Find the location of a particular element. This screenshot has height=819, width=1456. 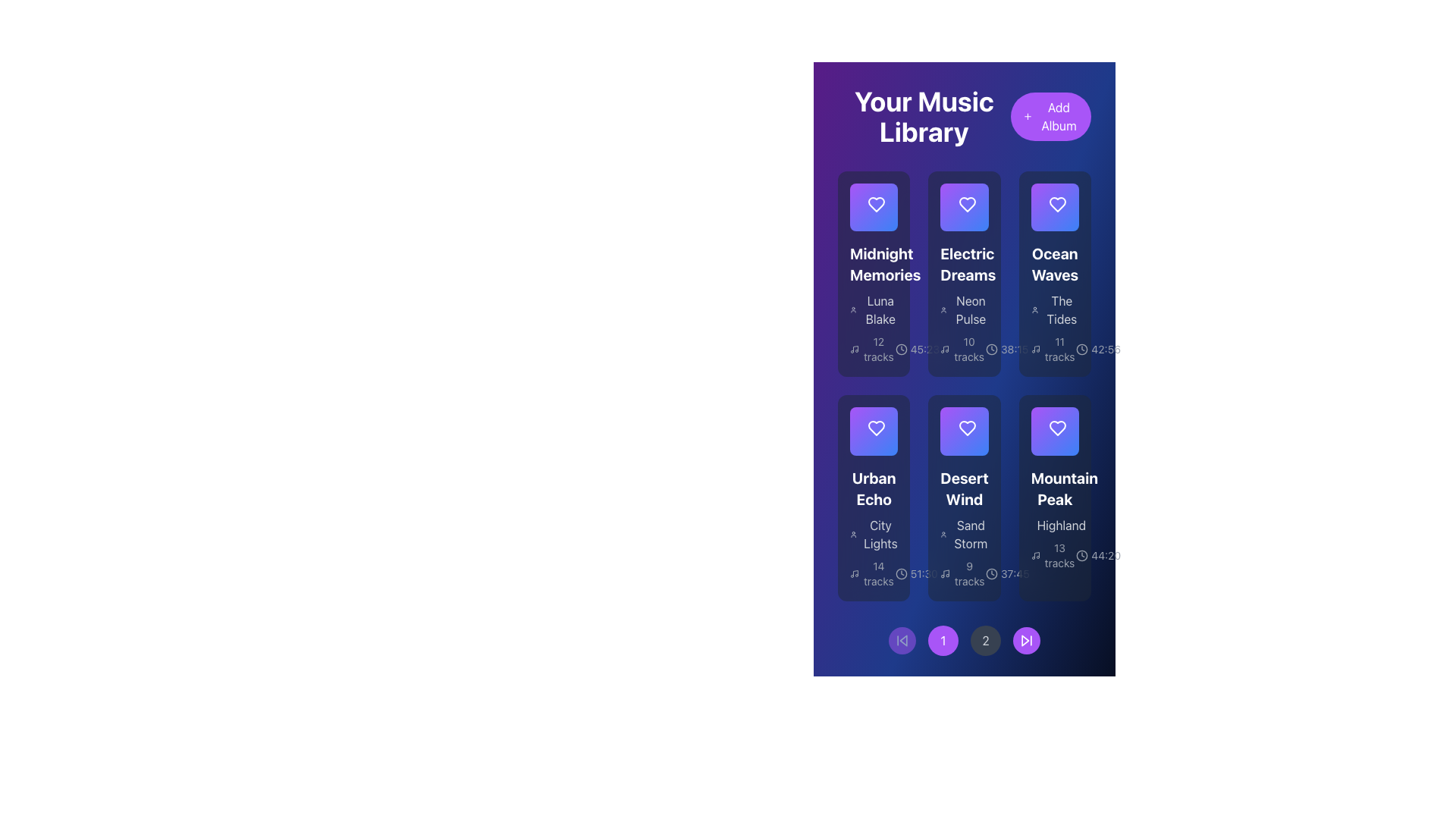

the heart-shaped icon button within the 'Electric Dreams' album card to mark it as a favorite is located at coordinates (966, 205).